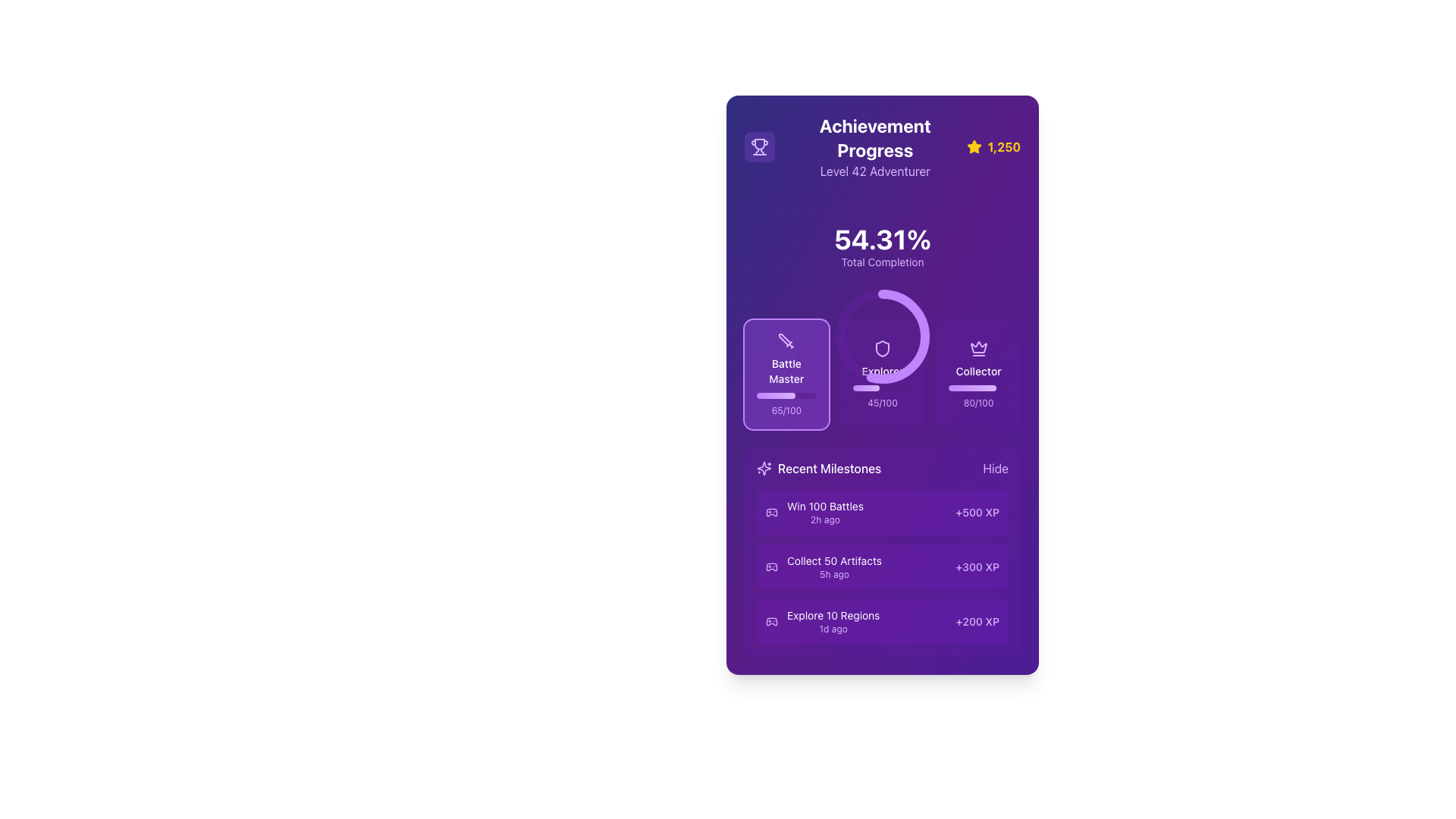 The image size is (1456, 819). Describe the element at coordinates (833, 575) in the screenshot. I see `information displayed in the small text label '5h ago' located below the 'Collect 50 Artifacts' text in the recent milestones section` at that location.